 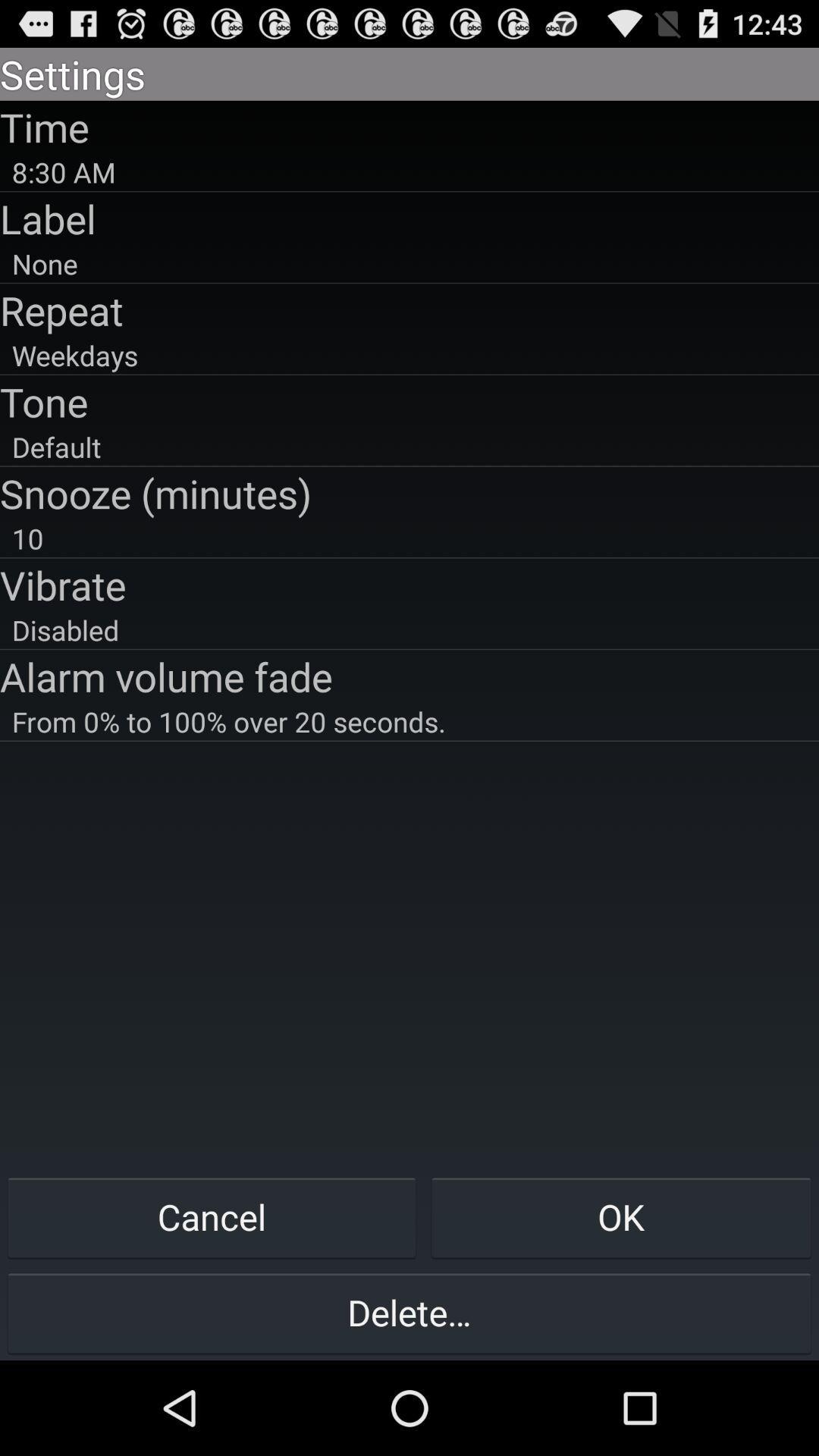 I want to click on the app below 10 item, so click(x=409, y=584).